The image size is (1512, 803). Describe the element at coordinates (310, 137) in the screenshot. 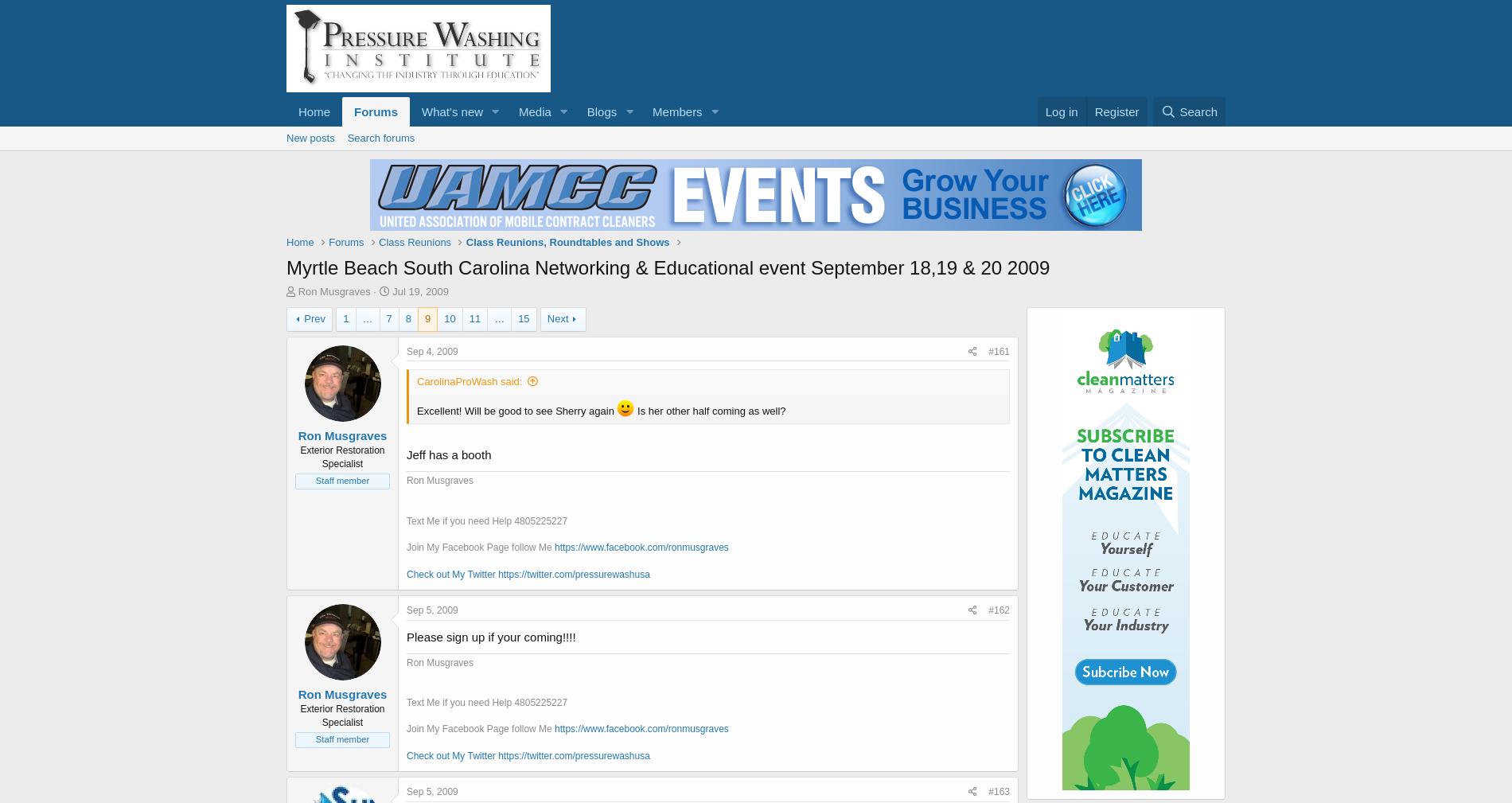

I see `'New posts'` at that location.